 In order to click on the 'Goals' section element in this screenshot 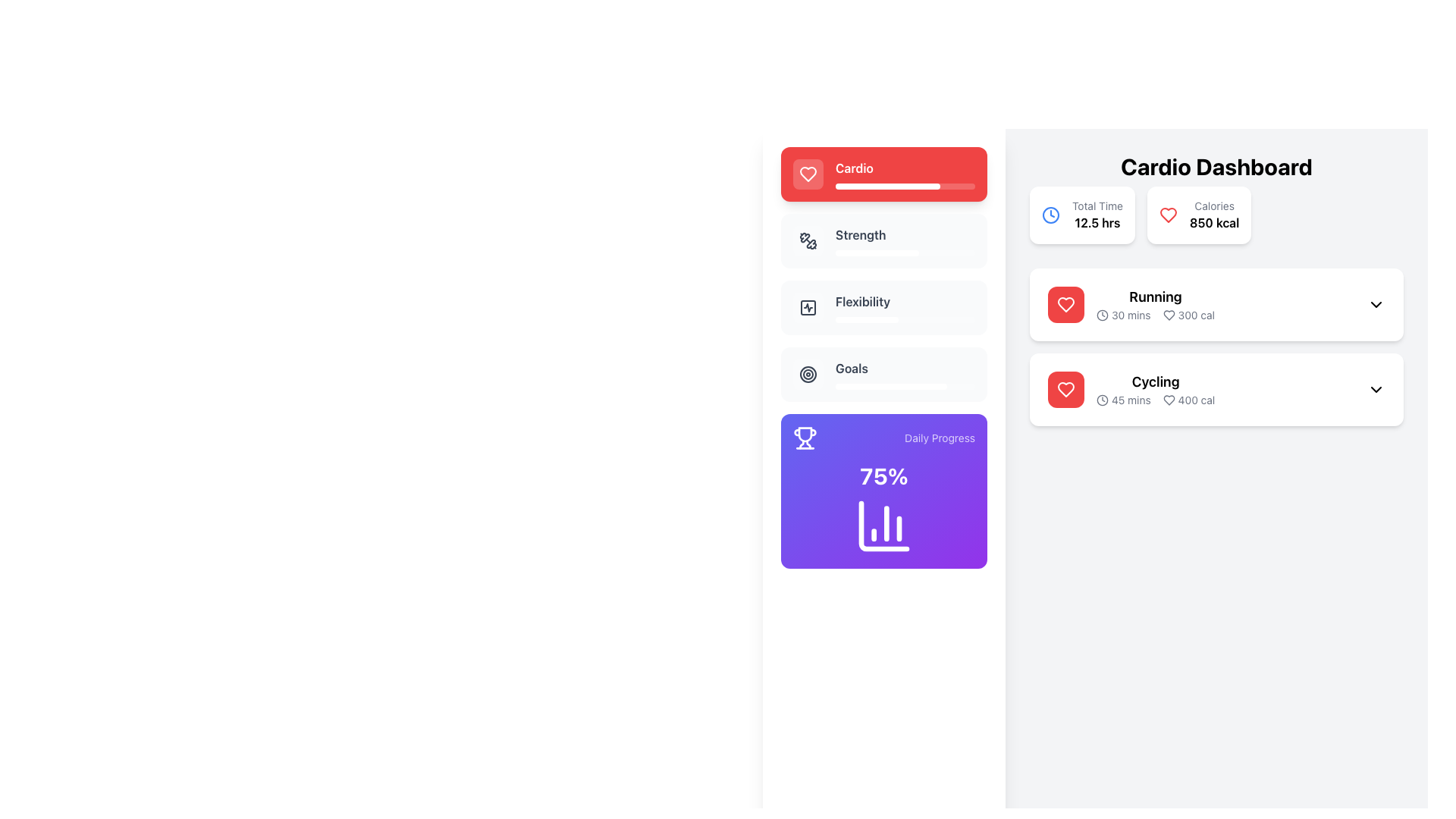, I will do `click(884, 374)`.